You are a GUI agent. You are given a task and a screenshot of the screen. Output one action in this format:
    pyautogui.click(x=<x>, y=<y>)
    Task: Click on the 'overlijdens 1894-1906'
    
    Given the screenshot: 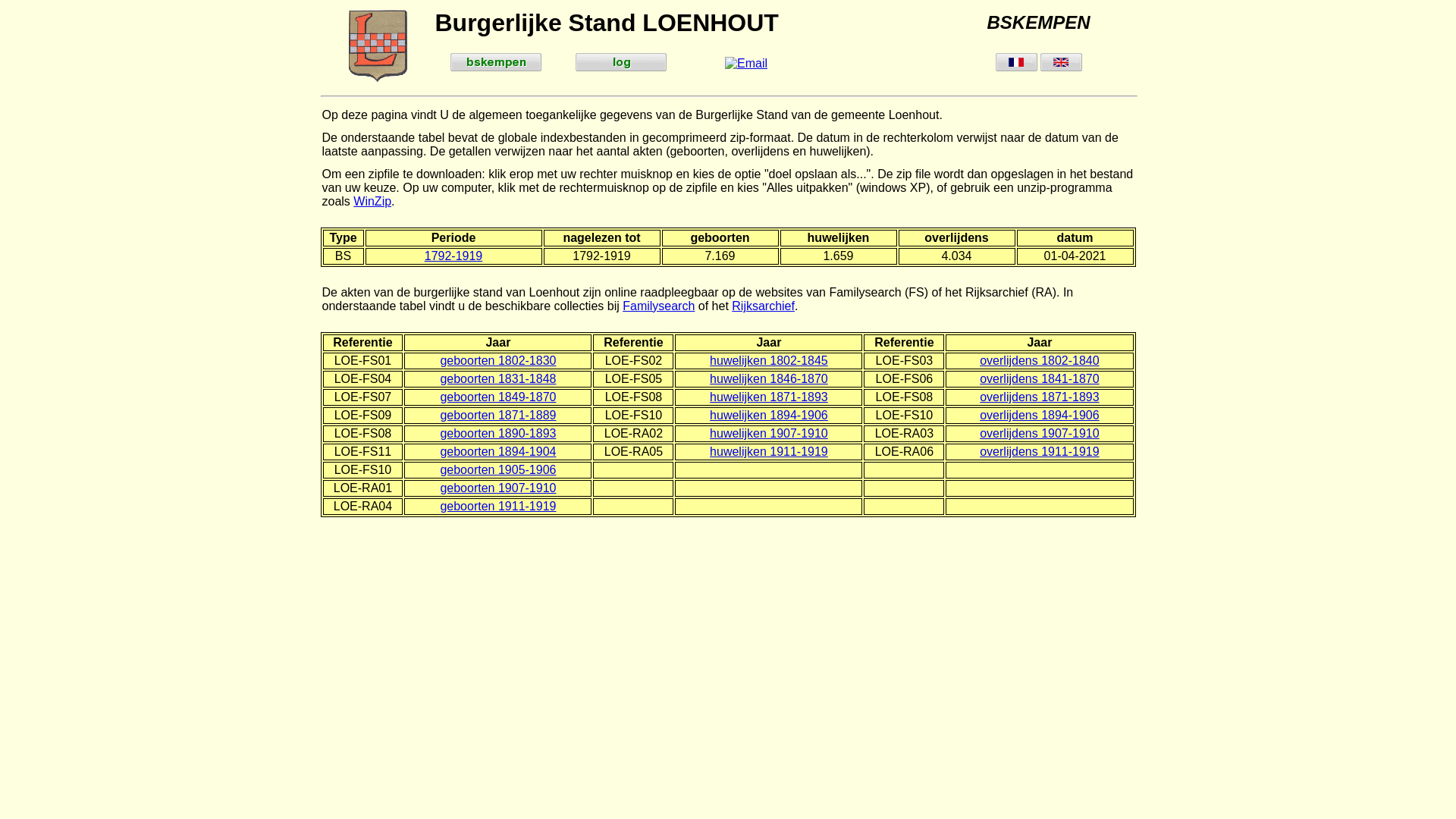 What is the action you would take?
    pyautogui.click(x=1038, y=415)
    